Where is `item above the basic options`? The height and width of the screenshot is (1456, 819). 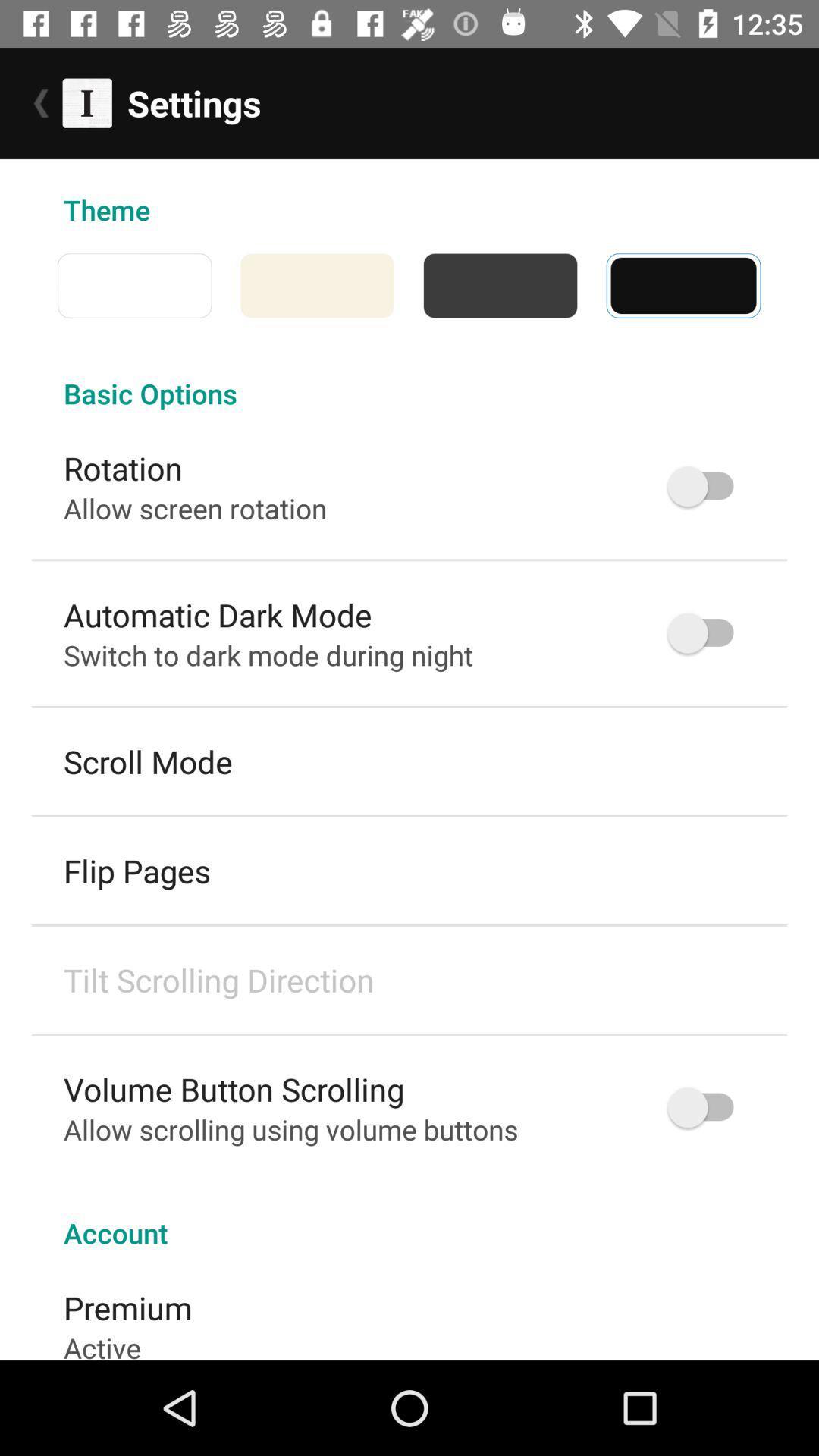 item above the basic options is located at coordinates (775, 285).